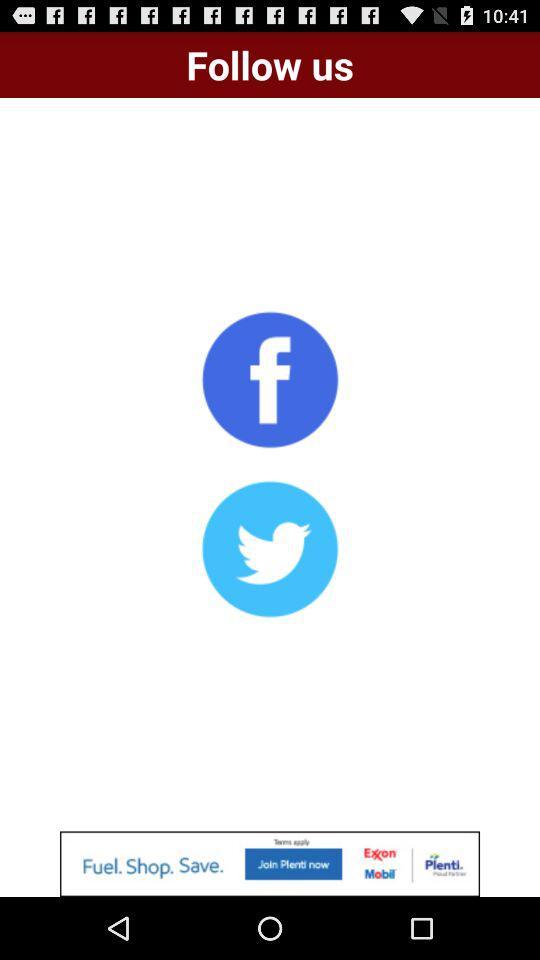 The height and width of the screenshot is (960, 540). What do you see at coordinates (270, 863) in the screenshot?
I see `for advertisement` at bounding box center [270, 863].